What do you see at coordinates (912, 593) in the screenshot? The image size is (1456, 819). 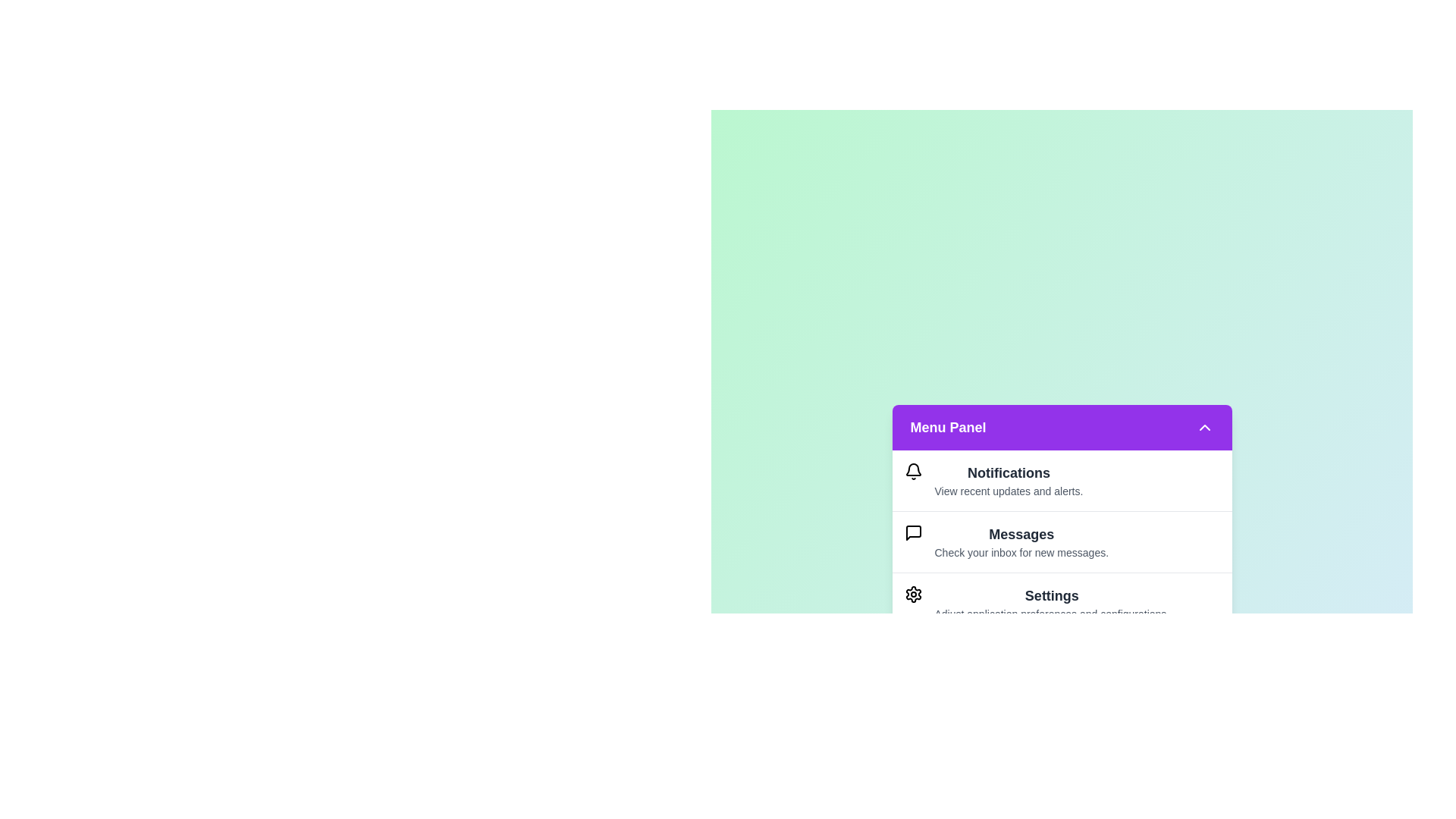 I see `the icon of the menu item Settings` at bounding box center [912, 593].